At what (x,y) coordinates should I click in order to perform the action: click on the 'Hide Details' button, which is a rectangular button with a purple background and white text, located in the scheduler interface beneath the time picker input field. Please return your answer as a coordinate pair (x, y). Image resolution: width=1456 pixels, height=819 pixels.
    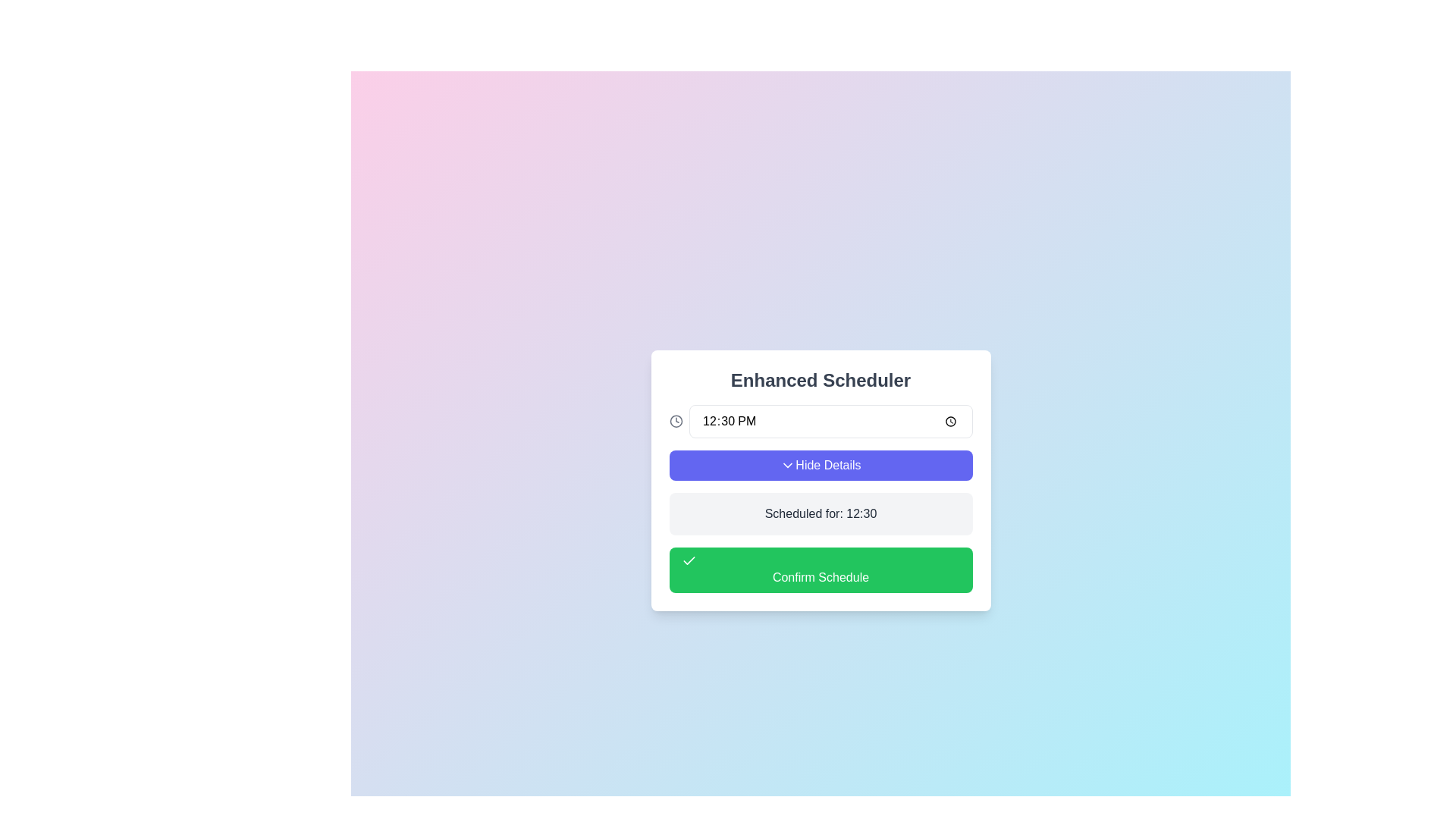
    Looking at the image, I should click on (820, 480).